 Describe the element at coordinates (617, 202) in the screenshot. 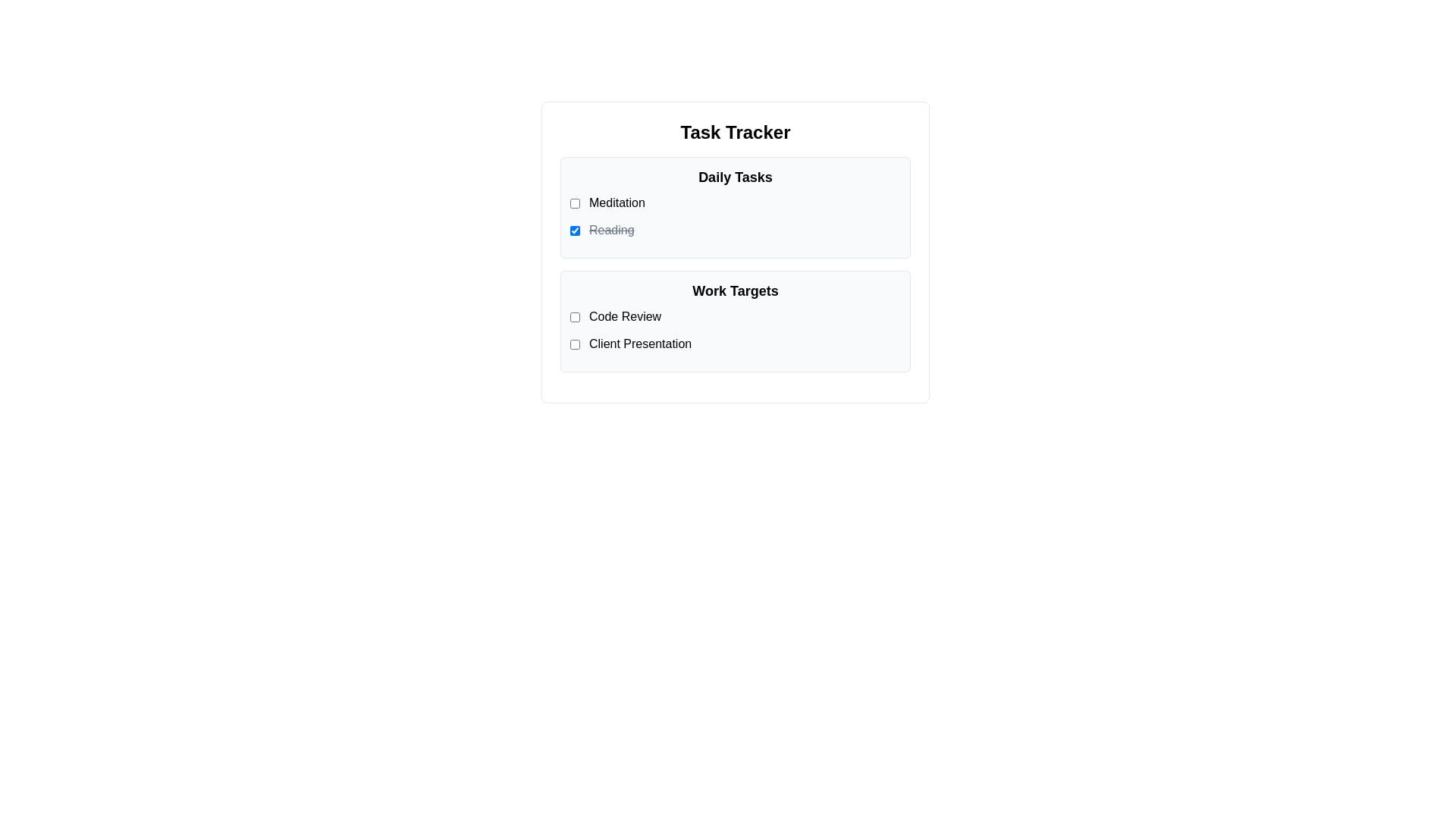

I see `the 'Meditation' text label in the 'Daily Tasks' section to focus on it` at that location.